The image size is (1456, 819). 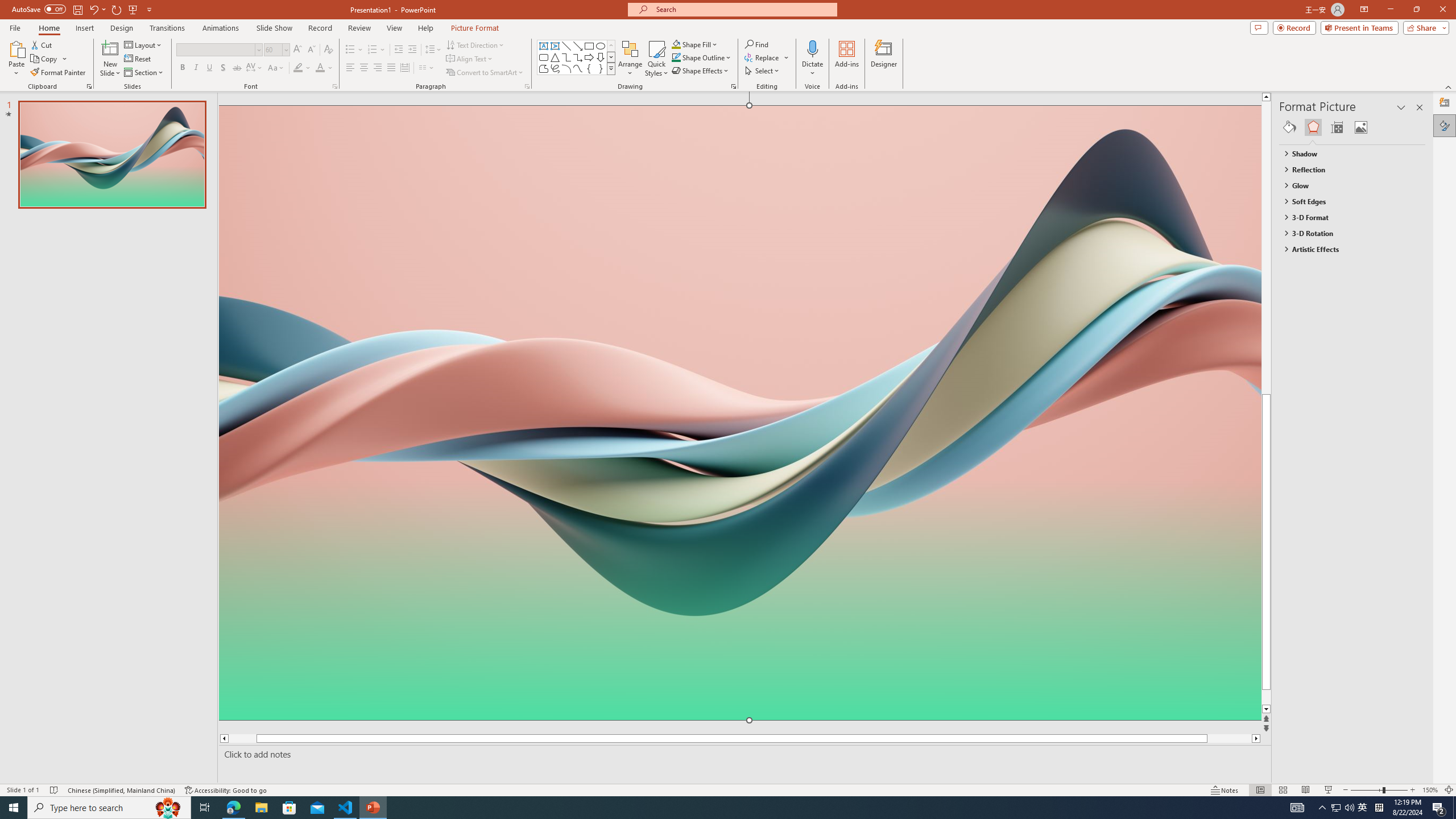 What do you see at coordinates (1347, 201) in the screenshot?
I see `'Soft Edges'` at bounding box center [1347, 201].